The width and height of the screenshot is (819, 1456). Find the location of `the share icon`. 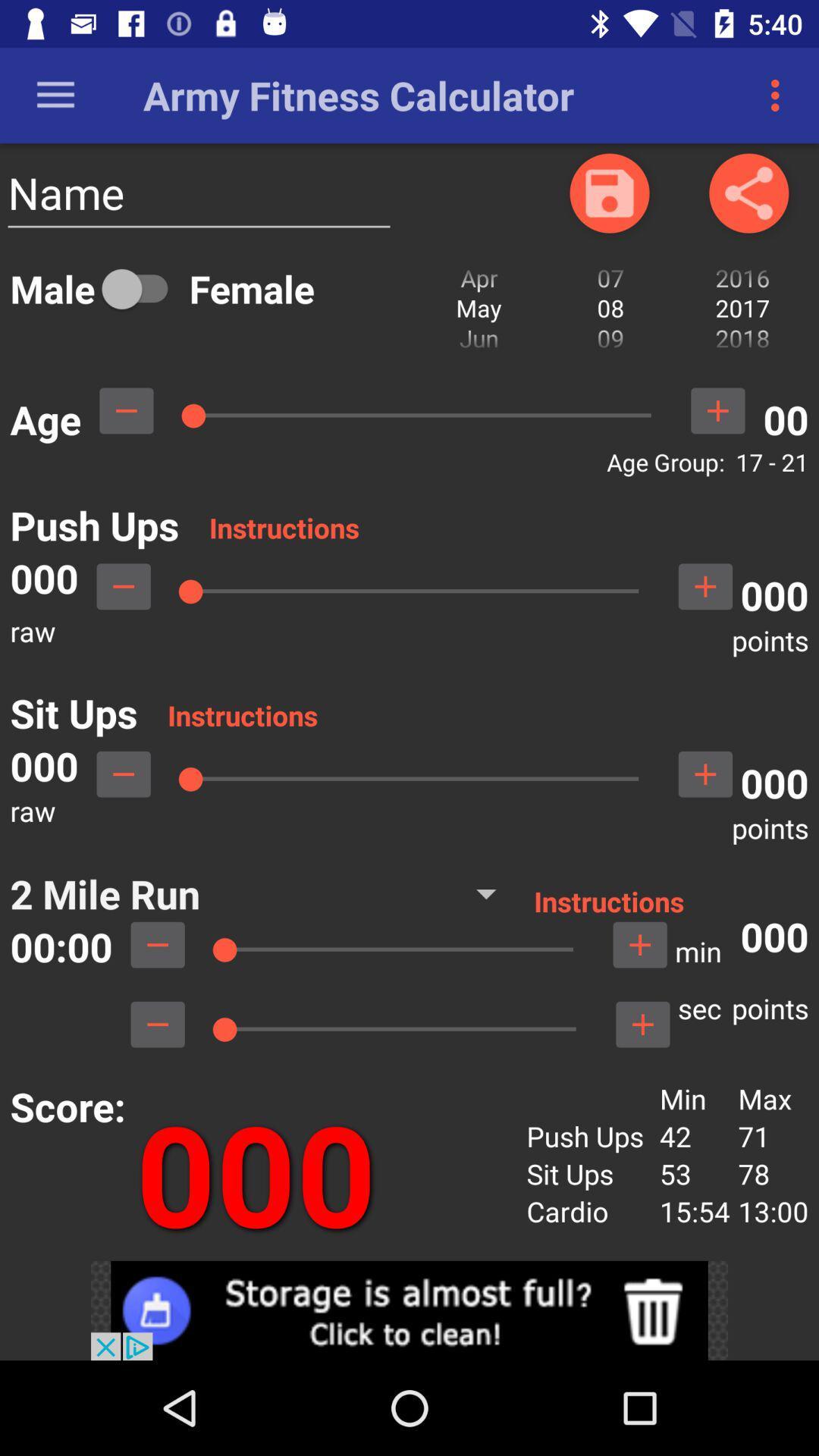

the share icon is located at coordinates (748, 192).